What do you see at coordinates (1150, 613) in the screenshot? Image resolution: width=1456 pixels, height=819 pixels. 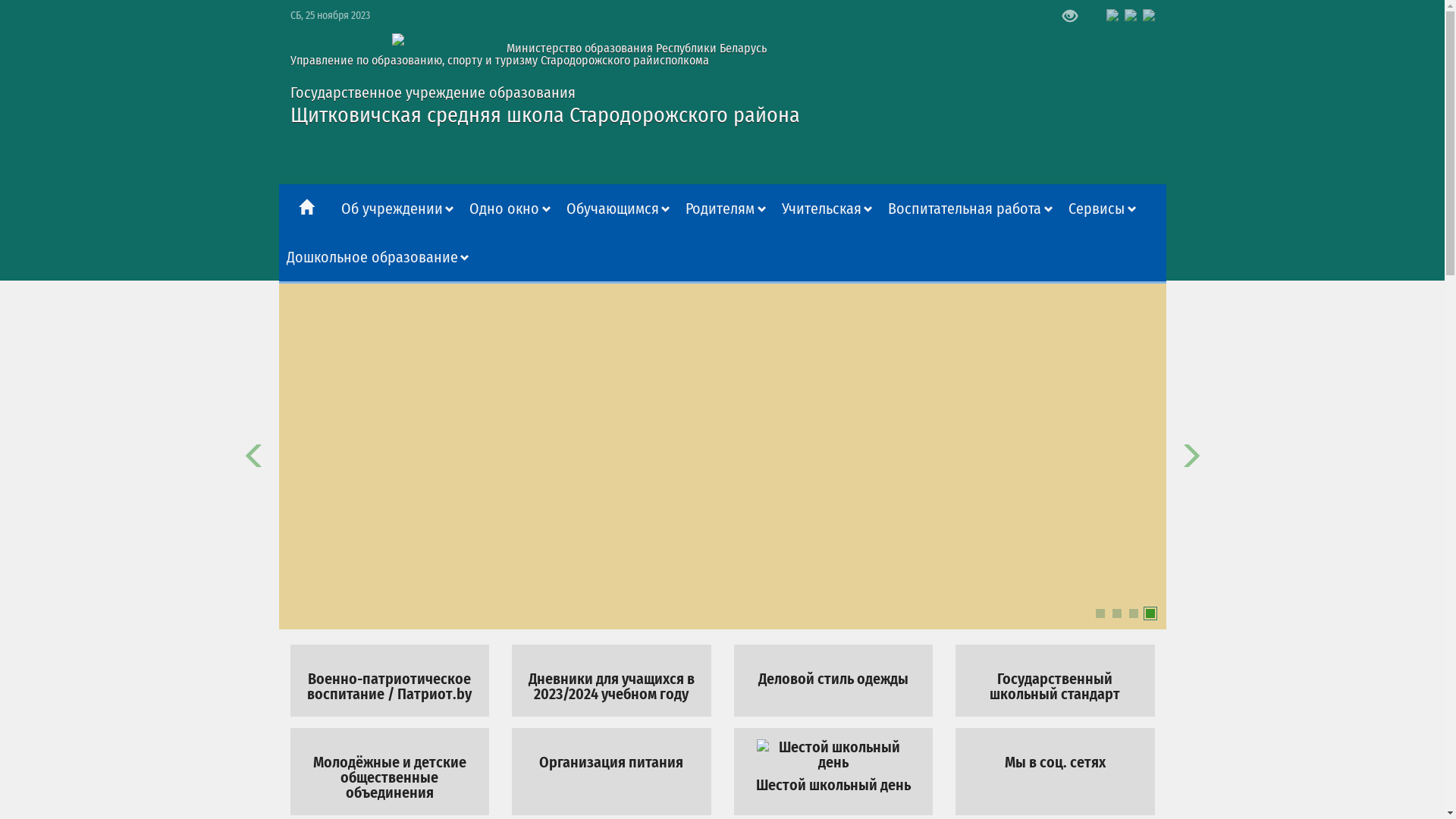 I see `'4'` at bounding box center [1150, 613].